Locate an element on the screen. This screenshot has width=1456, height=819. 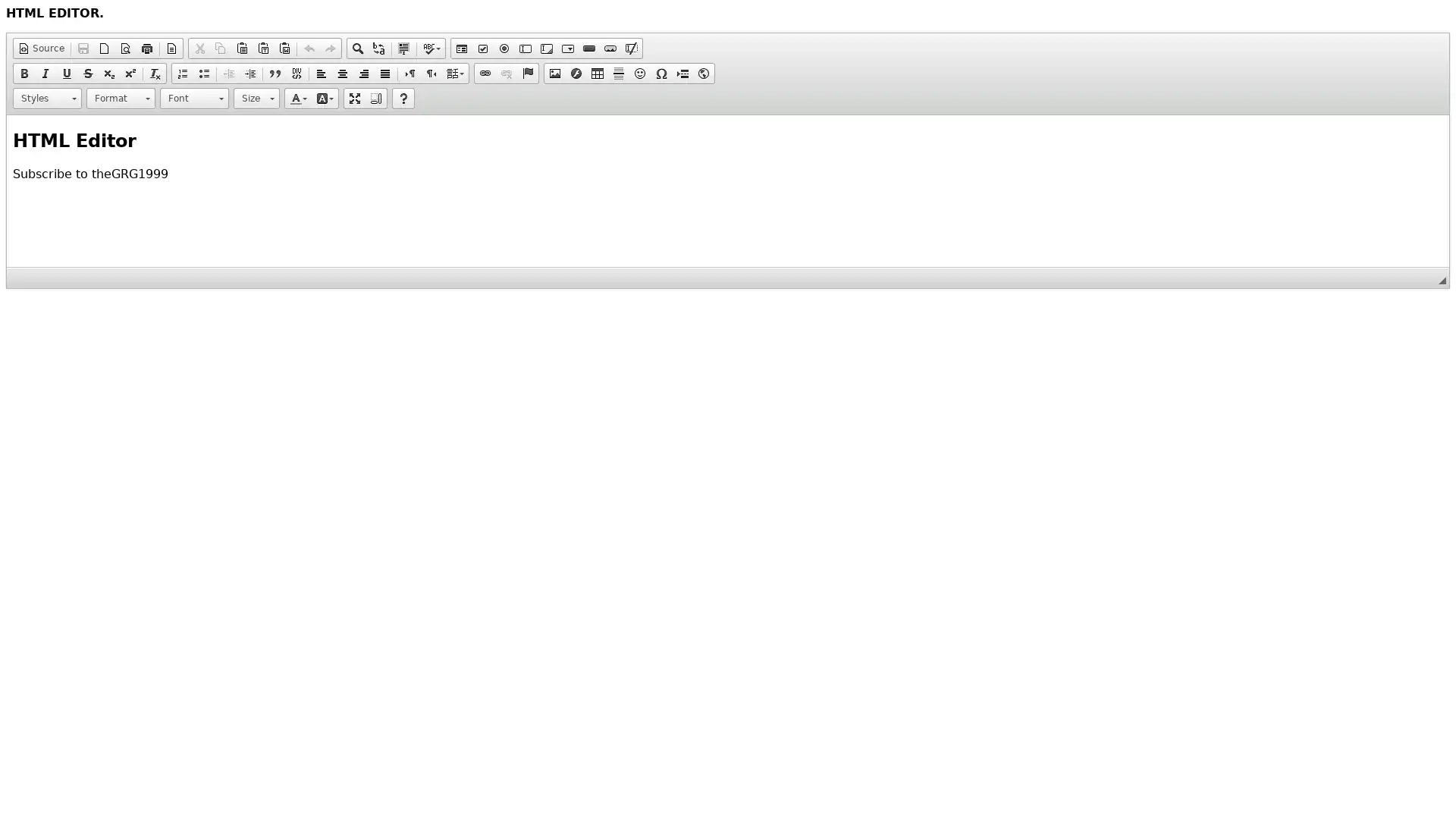
Checkbox is located at coordinates (482, 48).